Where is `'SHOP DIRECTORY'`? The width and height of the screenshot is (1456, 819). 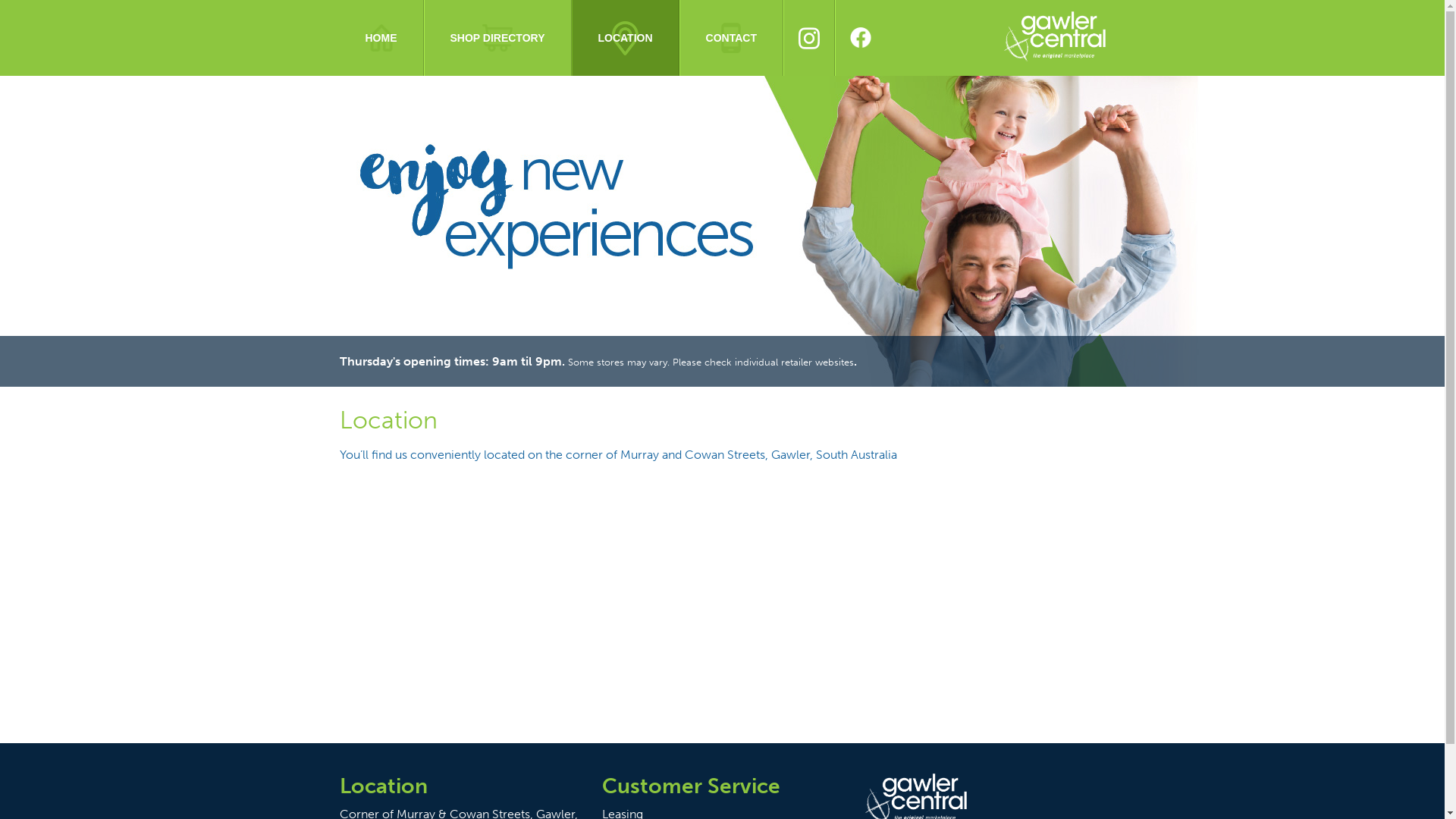 'SHOP DIRECTORY' is located at coordinates (422, 37).